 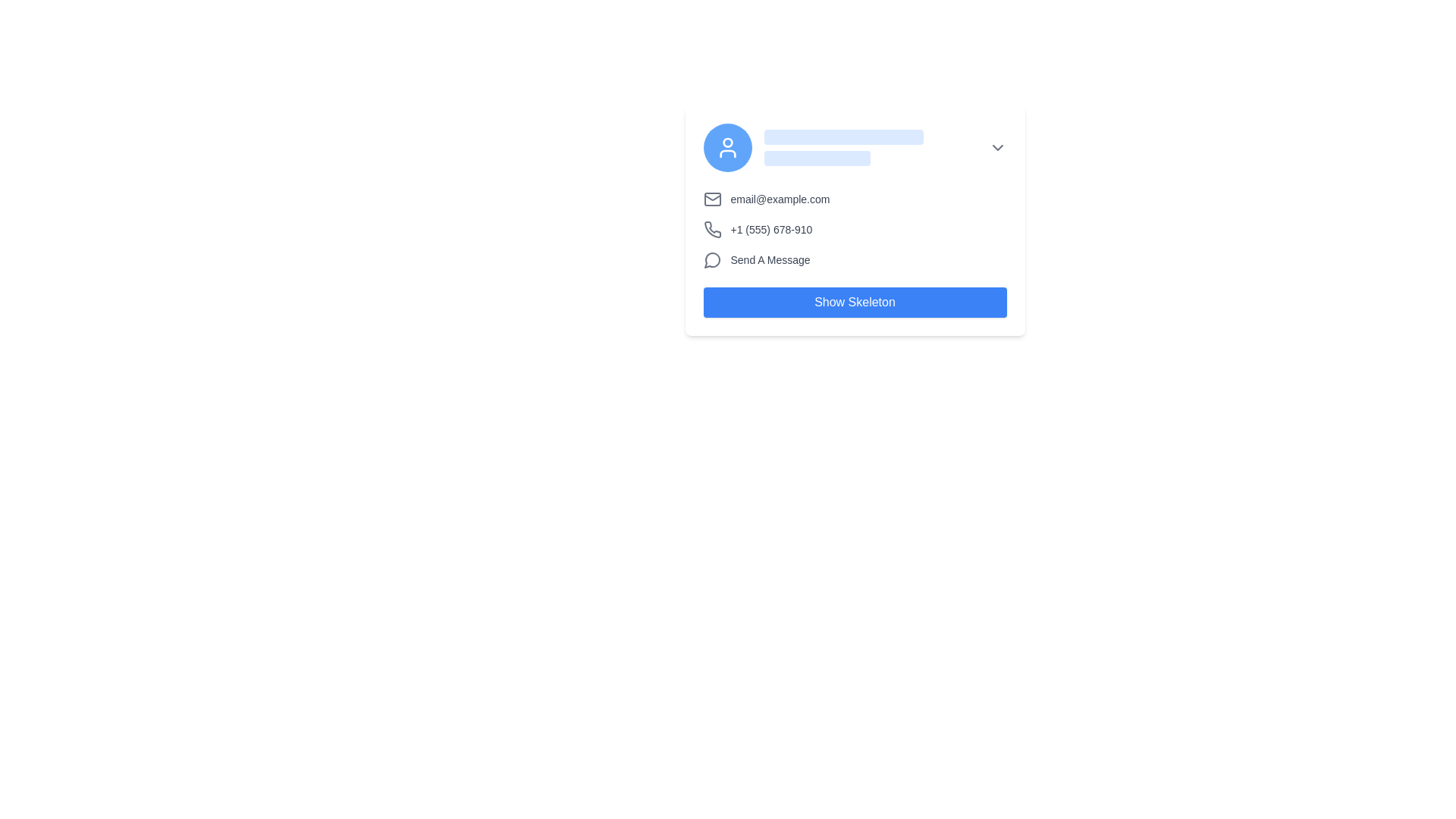 What do you see at coordinates (711, 259) in the screenshot?
I see `the message sending icon located to the left of the text label in the 'Send A Message' section` at bounding box center [711, 259].